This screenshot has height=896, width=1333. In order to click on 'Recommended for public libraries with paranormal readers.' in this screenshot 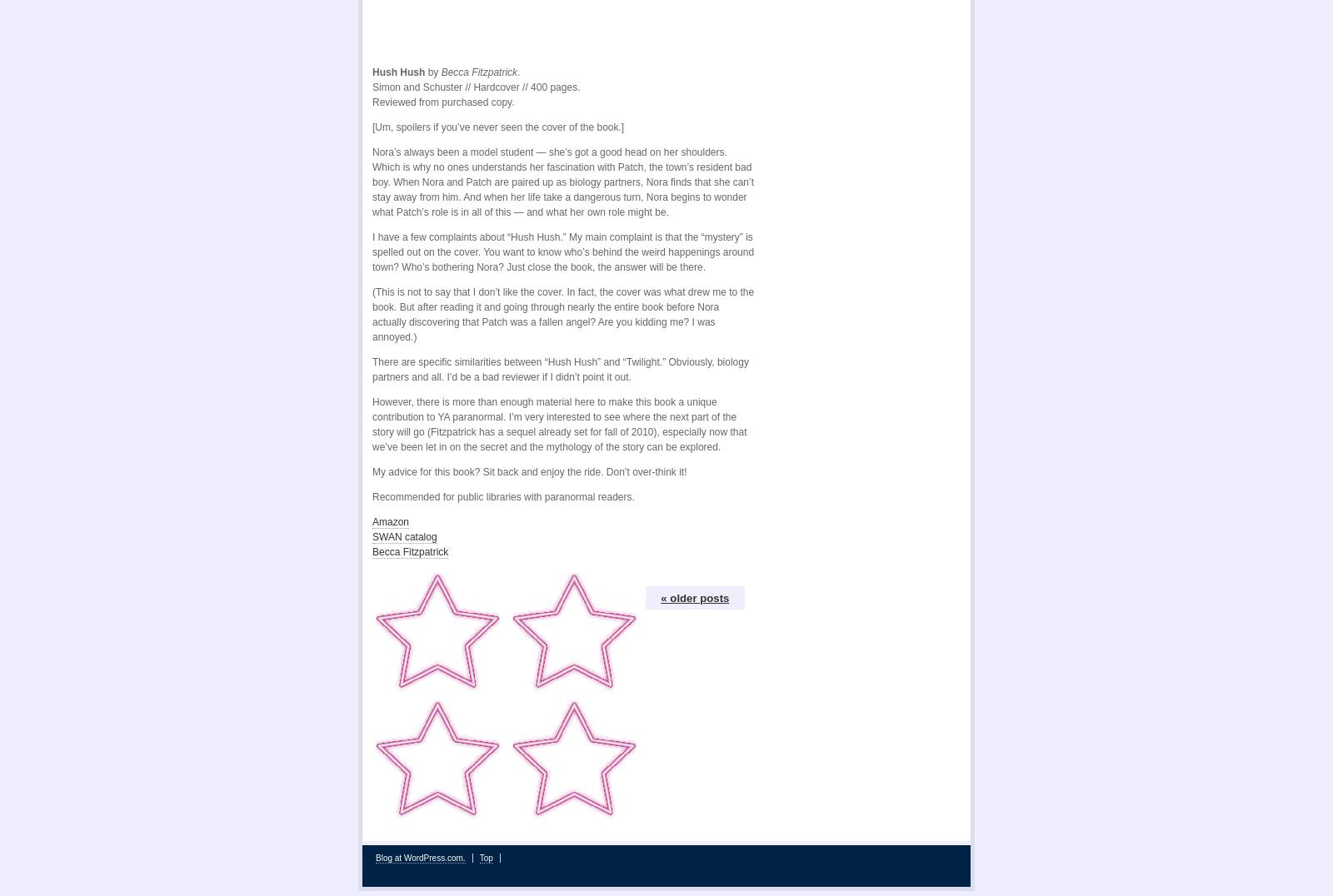, I will do `click(372, 492)`.